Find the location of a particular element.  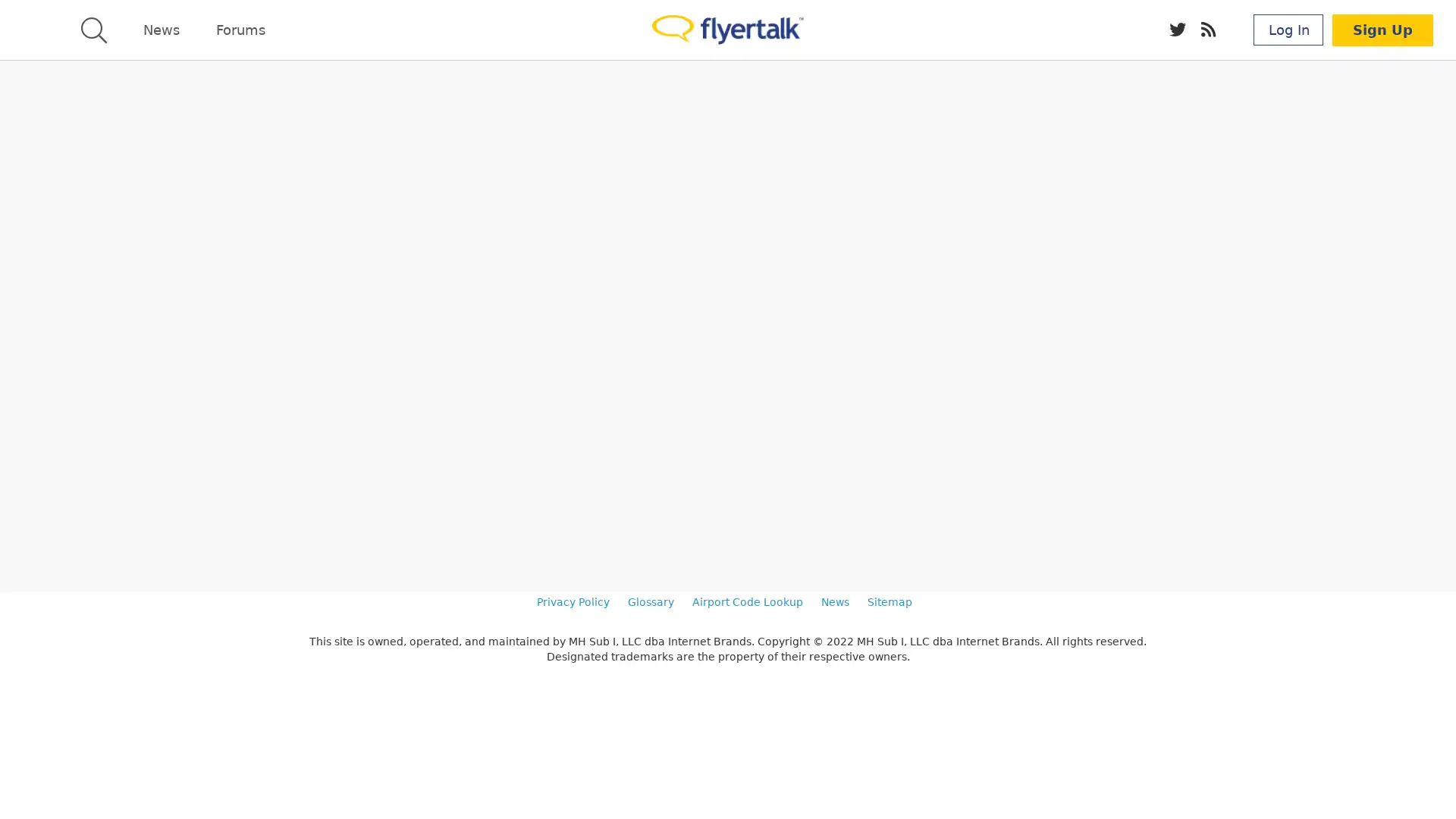

Most Reviewed is located at coordinates (140, 531).